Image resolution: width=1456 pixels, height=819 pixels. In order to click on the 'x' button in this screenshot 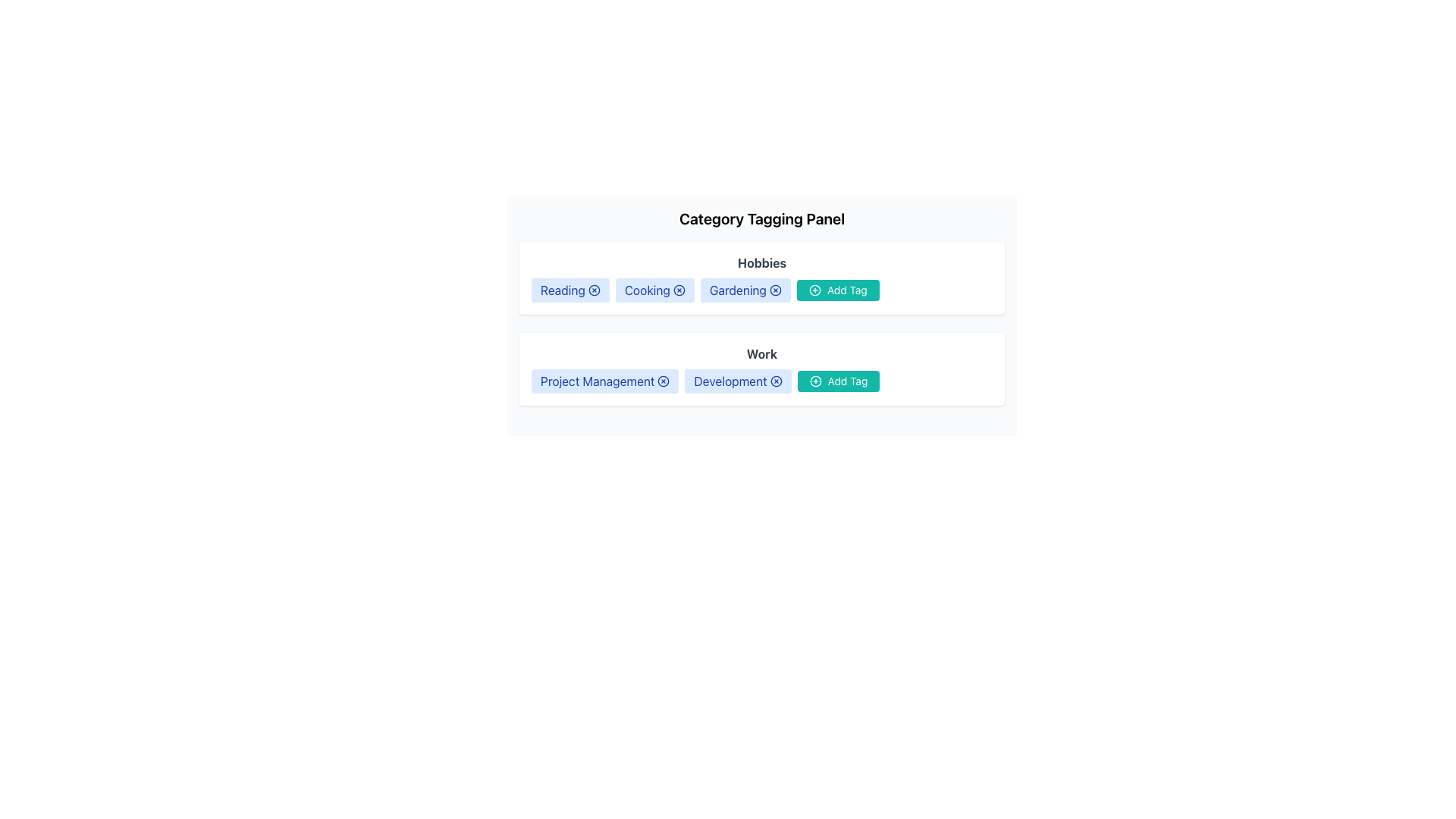, I will do `click(604, 380)`.